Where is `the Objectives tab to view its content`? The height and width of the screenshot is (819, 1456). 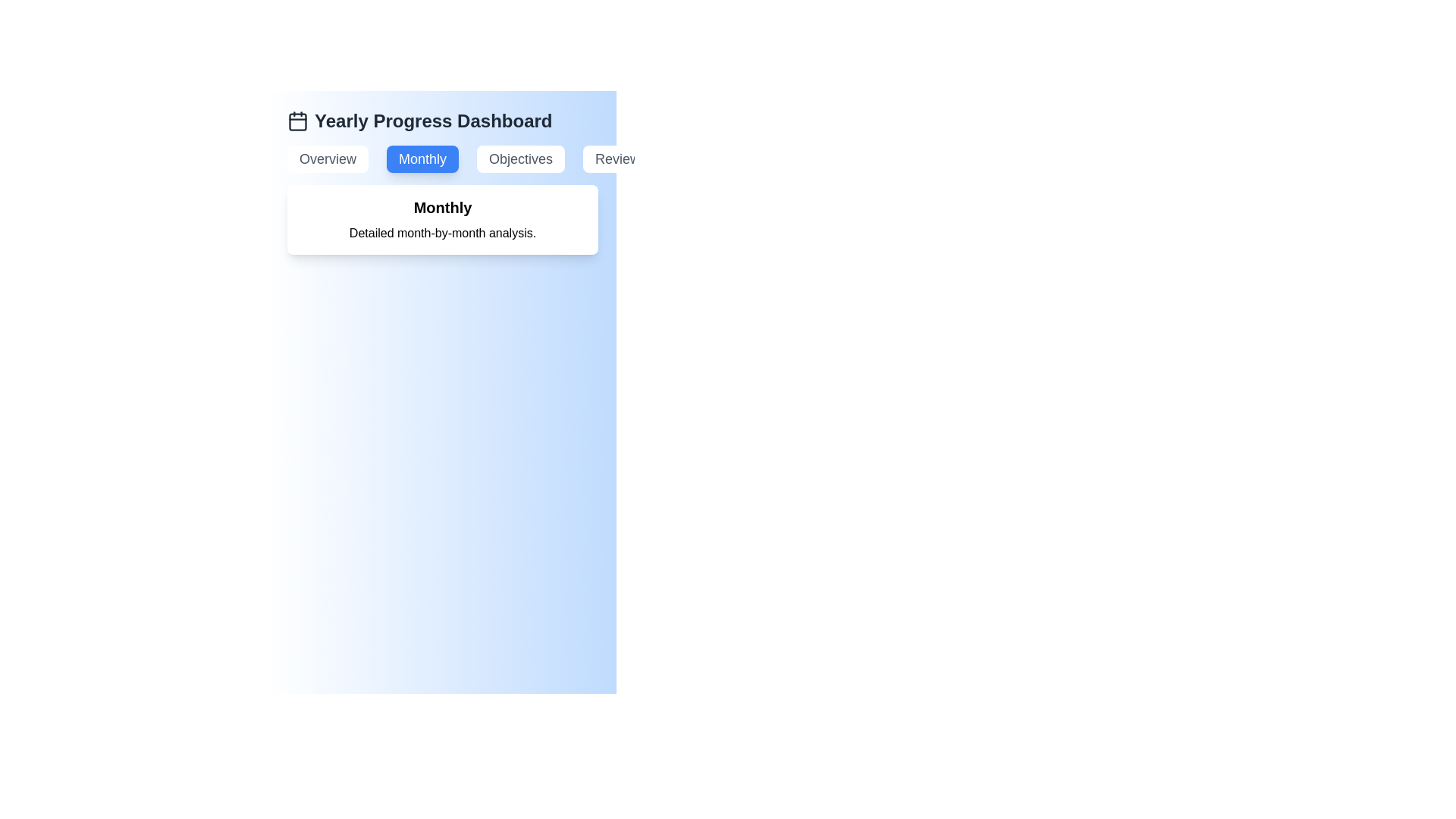
the Objectives tab to view its content is located at coordinates (520, 158).